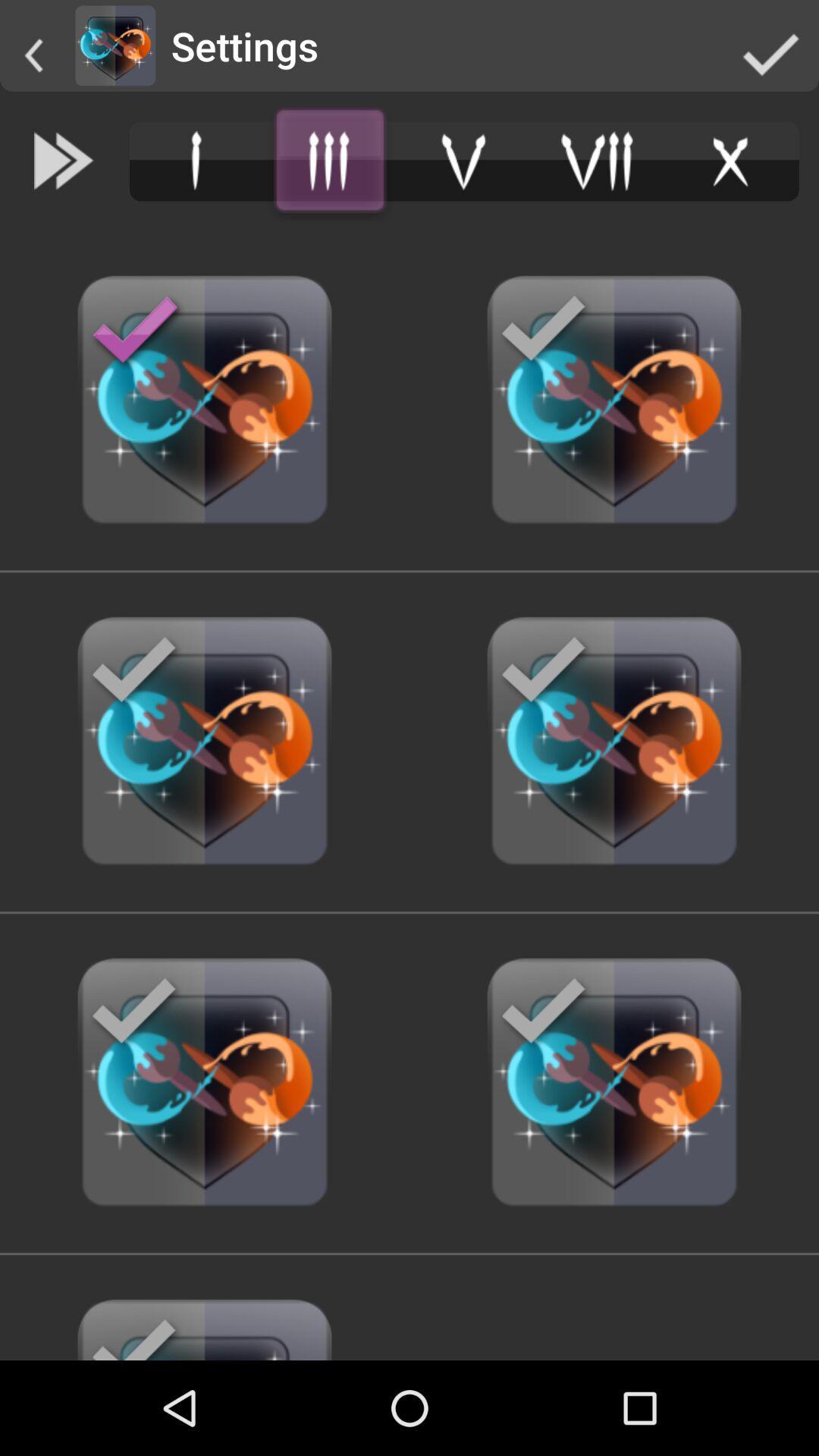 The height and width of the screenshot is (1456, 819). I want to click on page 3, so click(329, 161).